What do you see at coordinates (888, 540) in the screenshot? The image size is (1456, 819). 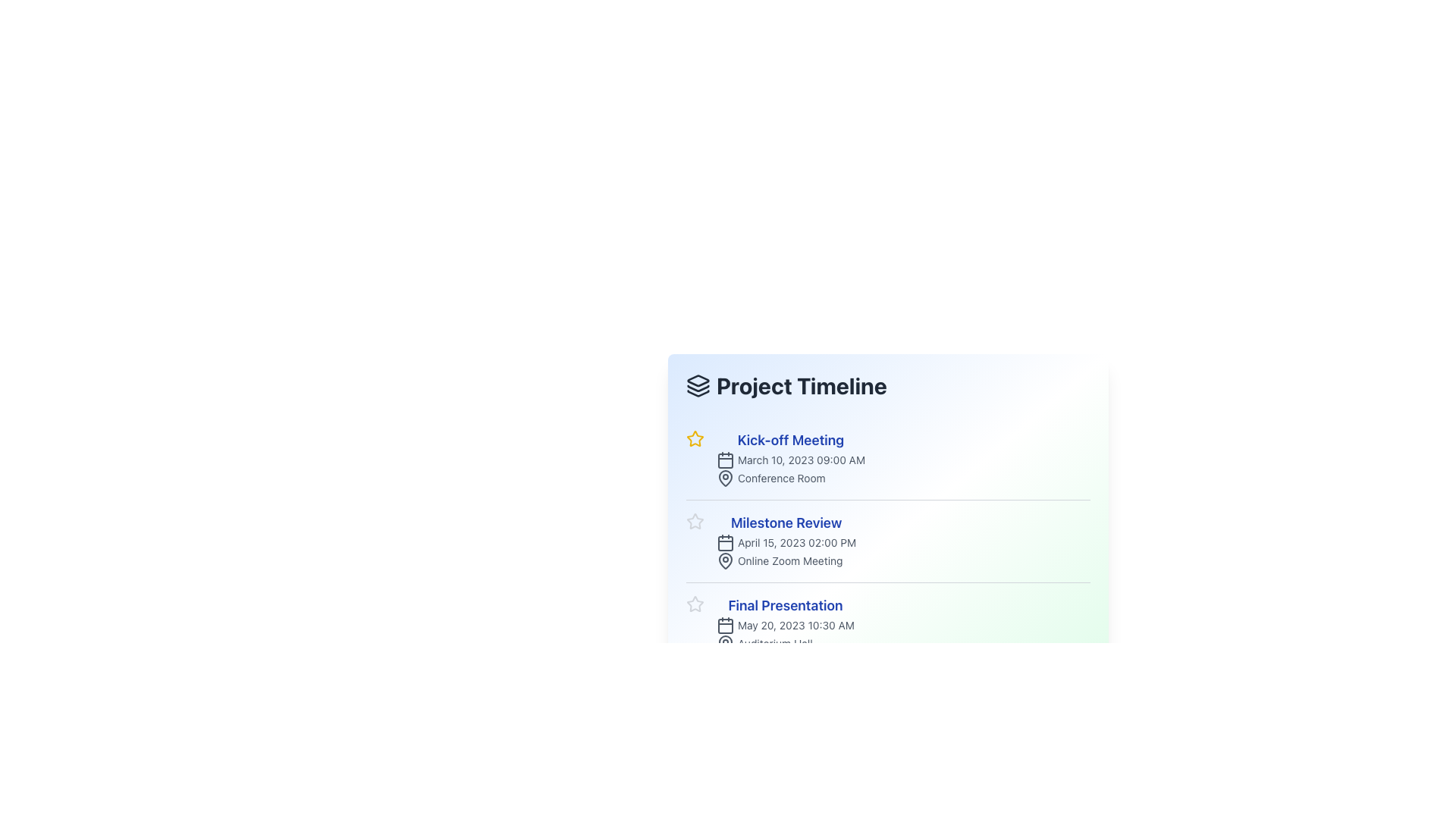 I see `detailed entry of the project timeline for 'Milestone Review', which includes the title, date, time, and location` at bounding box center [888, 540].